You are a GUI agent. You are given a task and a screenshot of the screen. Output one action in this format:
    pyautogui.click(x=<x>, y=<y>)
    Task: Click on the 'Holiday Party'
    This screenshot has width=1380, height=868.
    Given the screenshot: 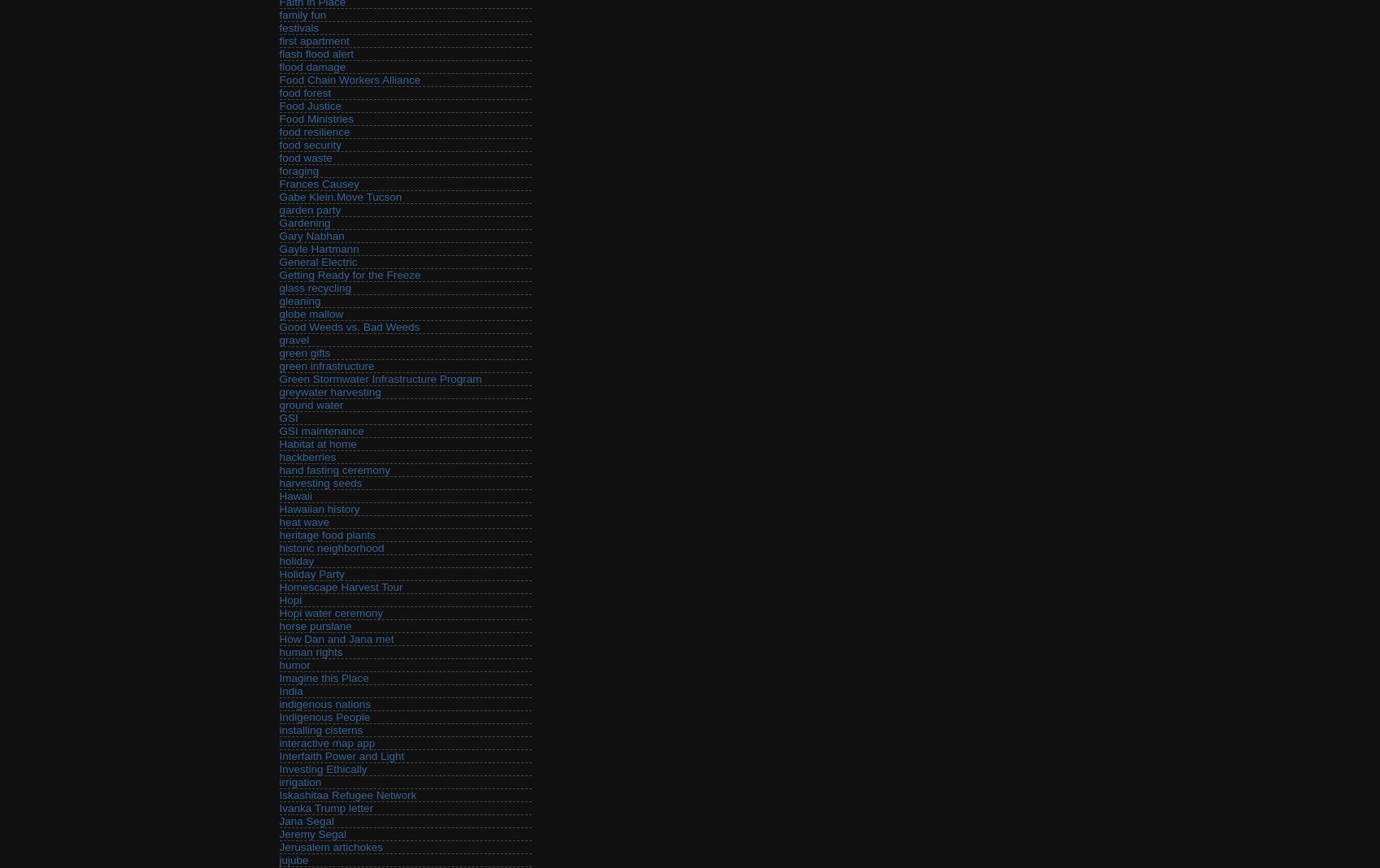 What is the action you would take?
    pyautogui.click(x=311, y=574)
    